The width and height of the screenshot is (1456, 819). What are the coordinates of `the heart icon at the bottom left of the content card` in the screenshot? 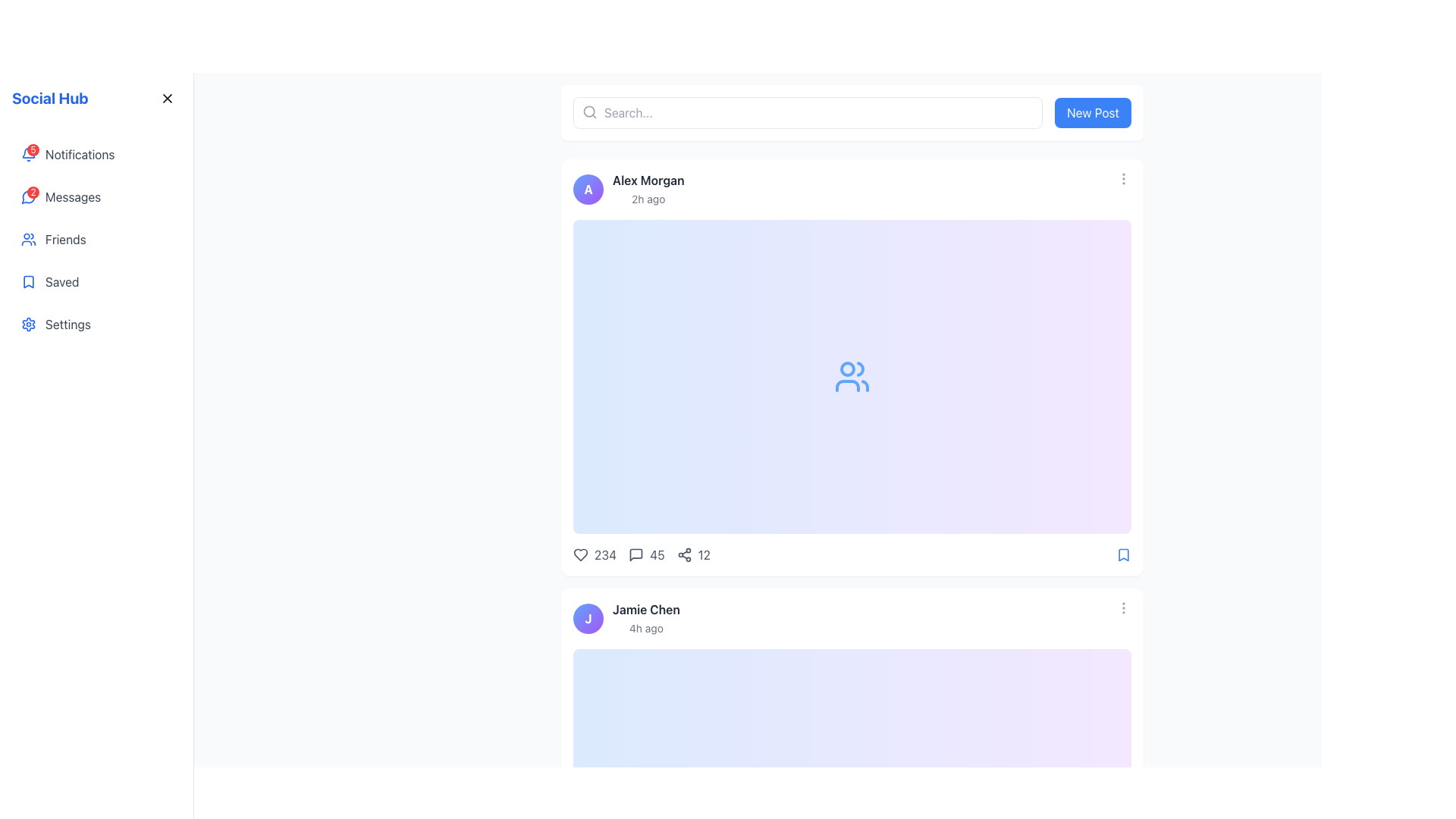 It's located at (594, 555).